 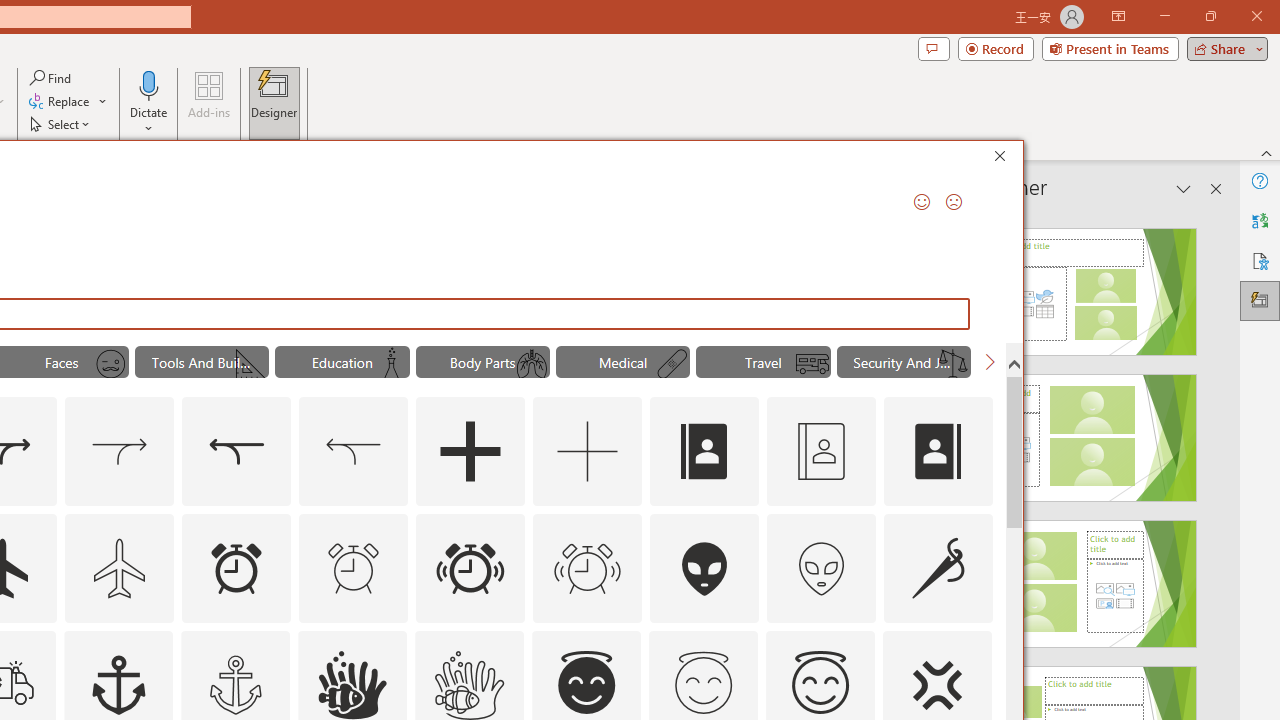 I want to click on 'AutomationID: Icons_MoustacheFace_M', so click(x=110, y=364).